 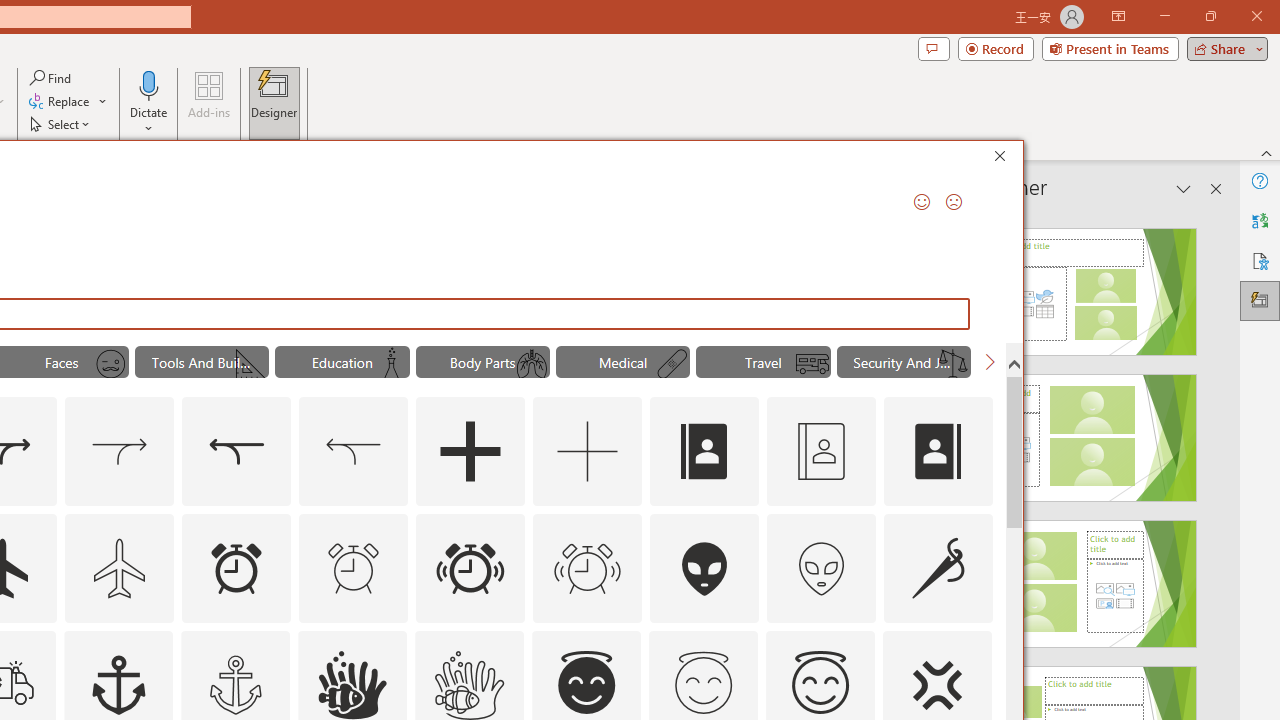 I want to click on 'AutomationID: Icons_MoustacheFace_M', so click(x=110, y=364).